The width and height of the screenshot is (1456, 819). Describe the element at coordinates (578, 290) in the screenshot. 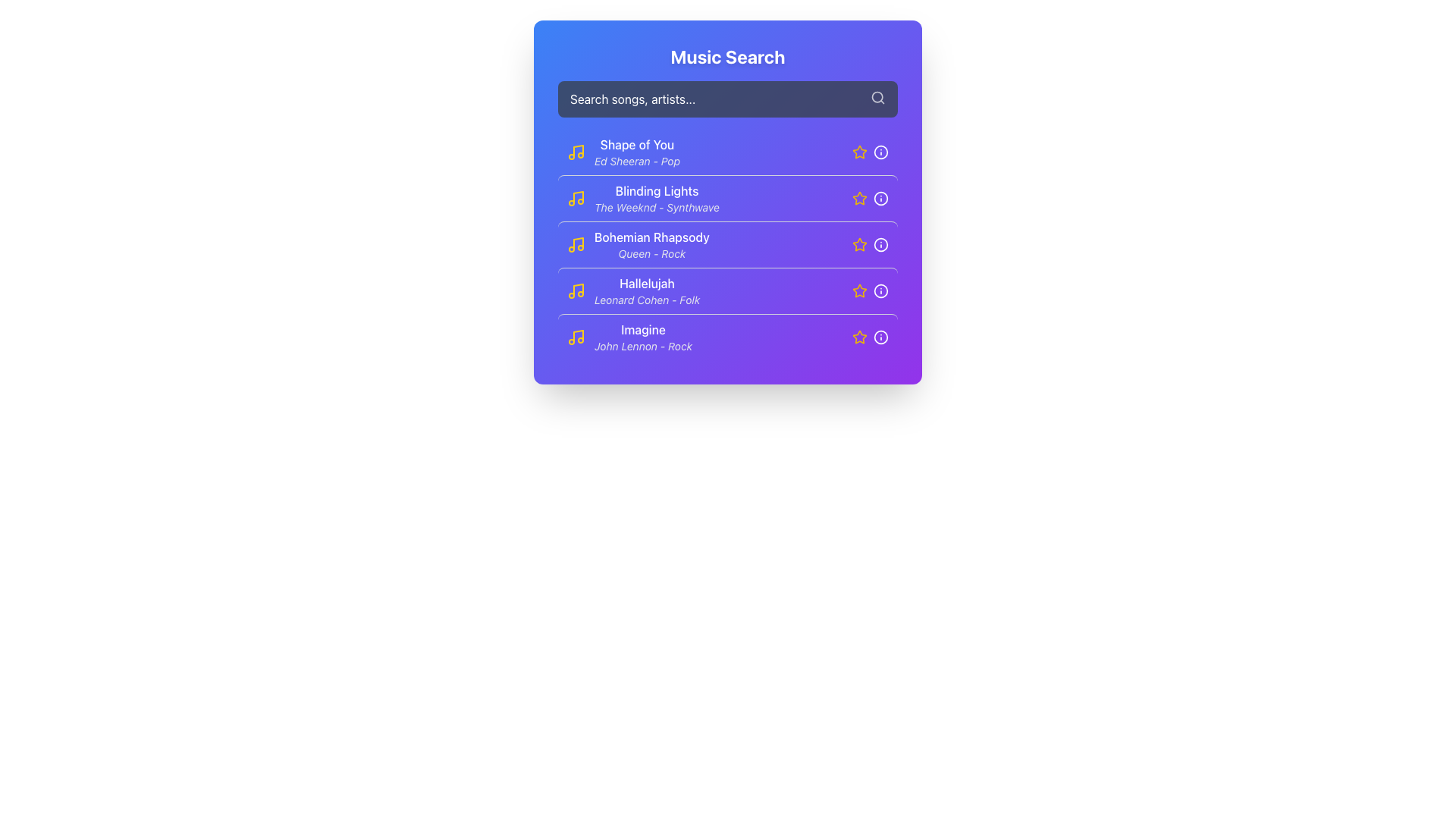

I see `the decorative vector graphic within the music note icon representing the 'Hallelujah' song entry, located leftmost in the fourth row of the list` at that location.